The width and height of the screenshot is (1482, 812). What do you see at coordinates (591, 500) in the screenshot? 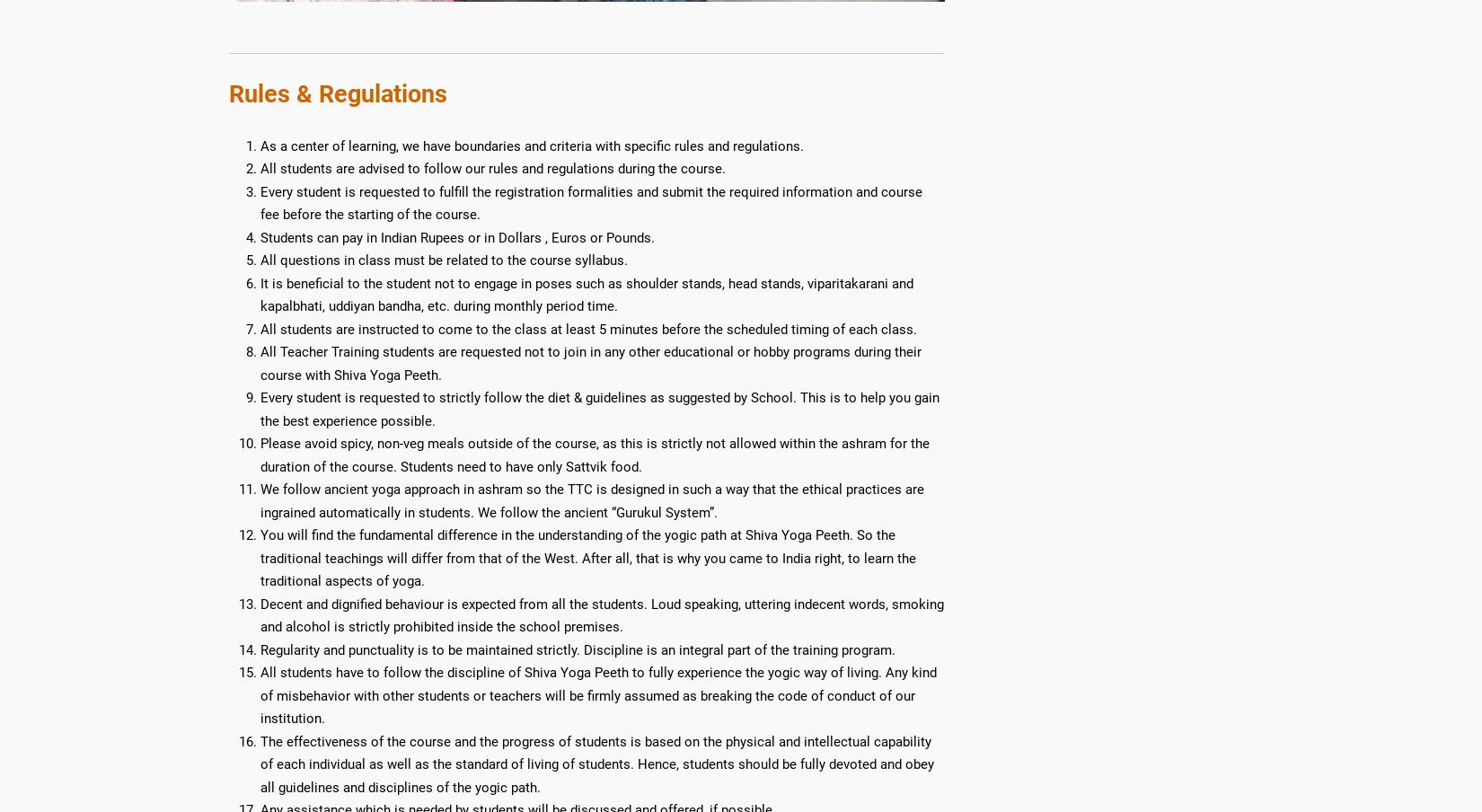
I see `'We follow ancient yoga approach in ashram so the TTC is designed in such a way that the ethical practices are ingrained automatically in students. We follow the ancient “Gurukul System”.'` at bounding box center [591, 500].